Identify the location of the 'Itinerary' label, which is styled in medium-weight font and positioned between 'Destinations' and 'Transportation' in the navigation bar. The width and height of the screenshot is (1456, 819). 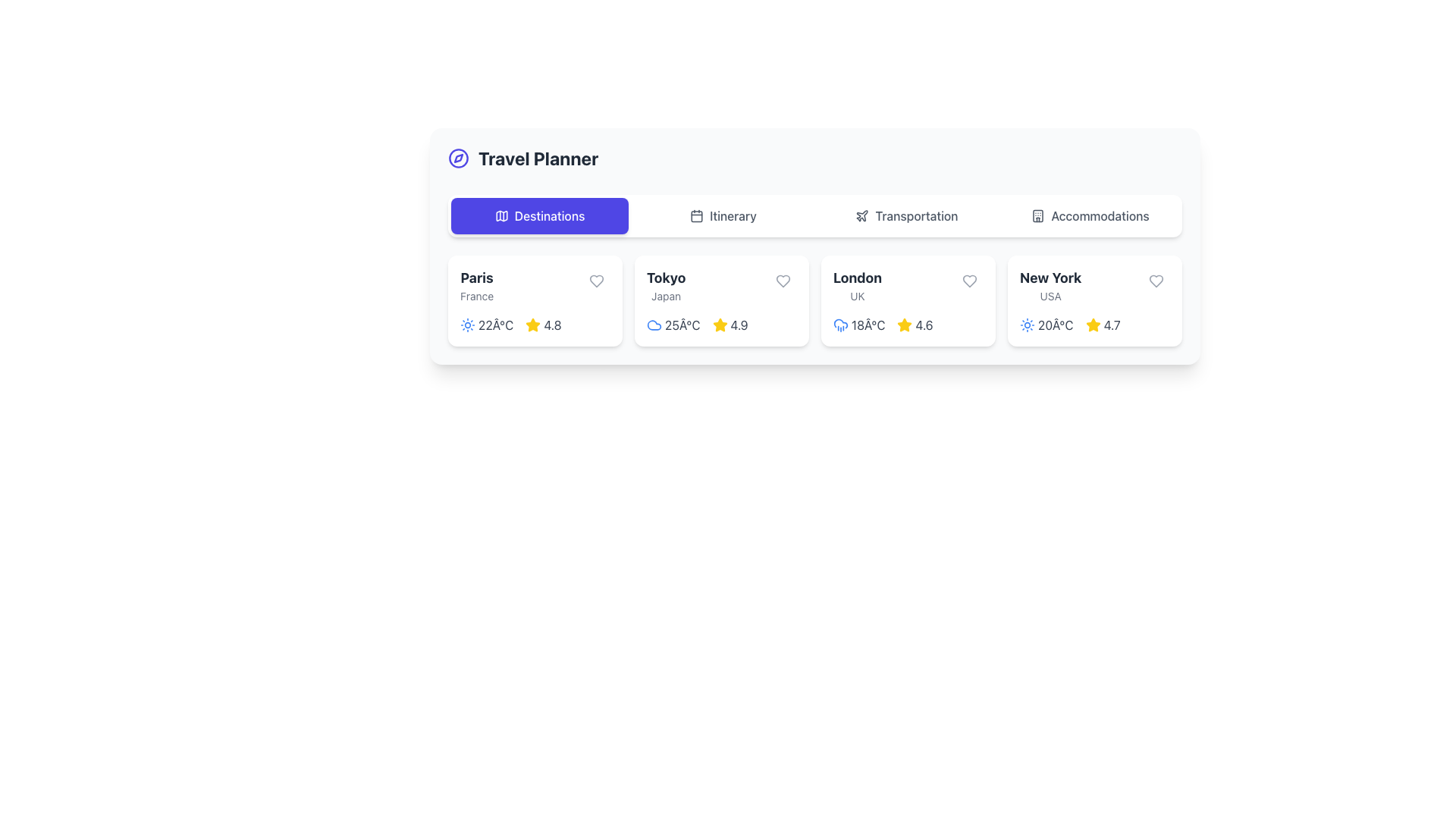
(733, 216).